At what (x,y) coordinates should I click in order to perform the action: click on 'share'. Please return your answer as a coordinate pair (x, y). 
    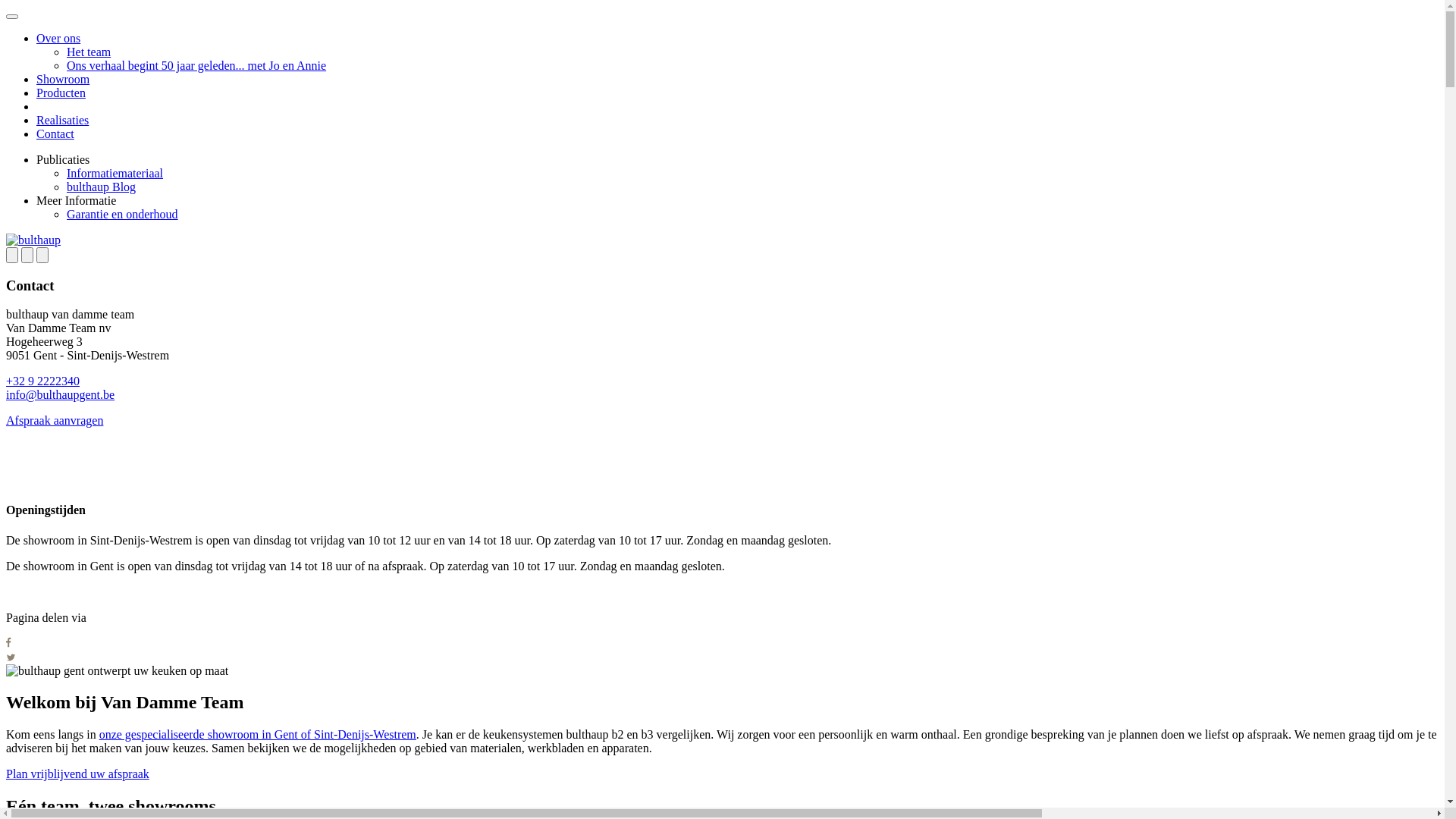
    Looking at the image, I should click on (21, 254).